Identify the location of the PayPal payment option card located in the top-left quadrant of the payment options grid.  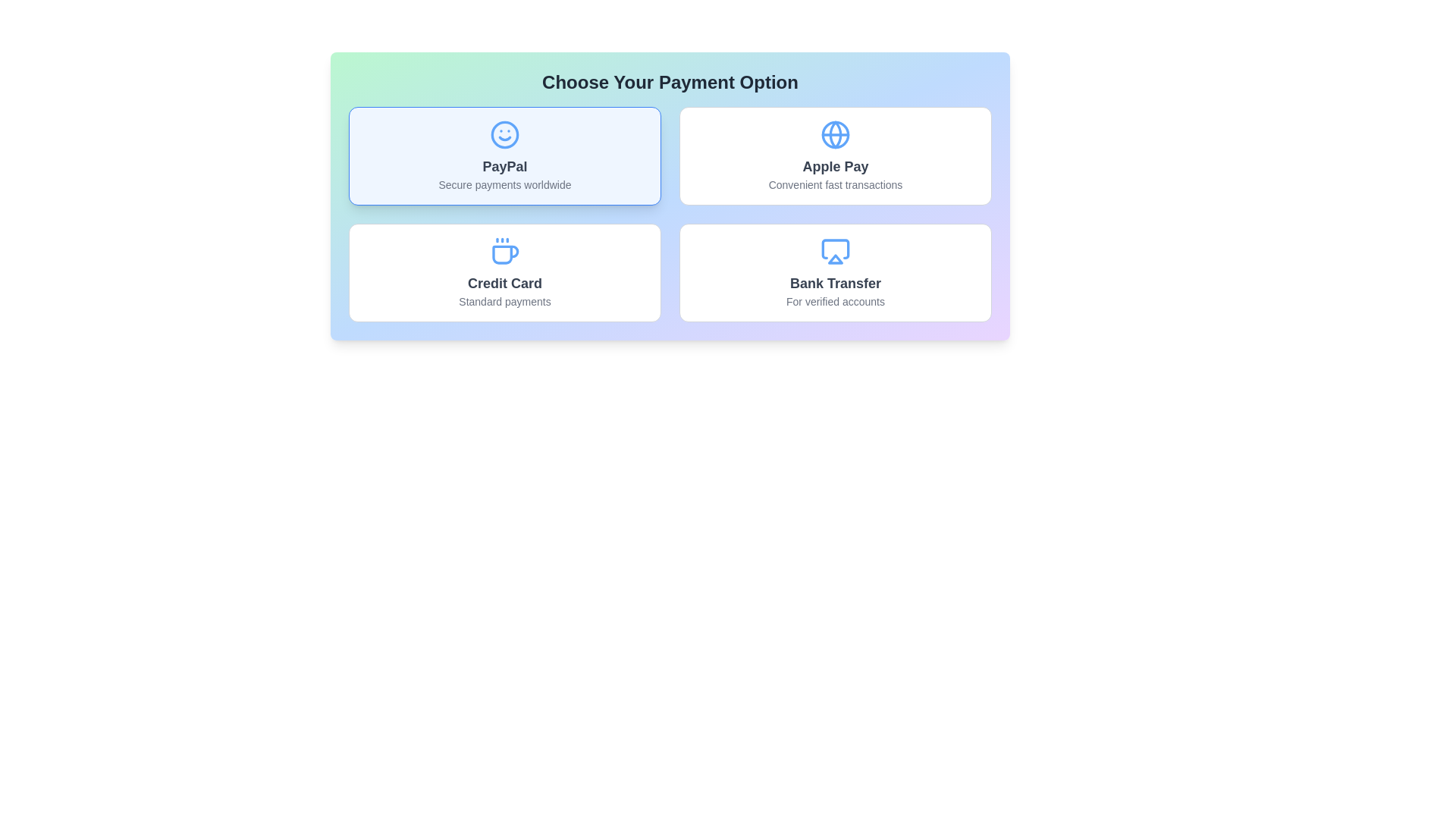
(505, 155).